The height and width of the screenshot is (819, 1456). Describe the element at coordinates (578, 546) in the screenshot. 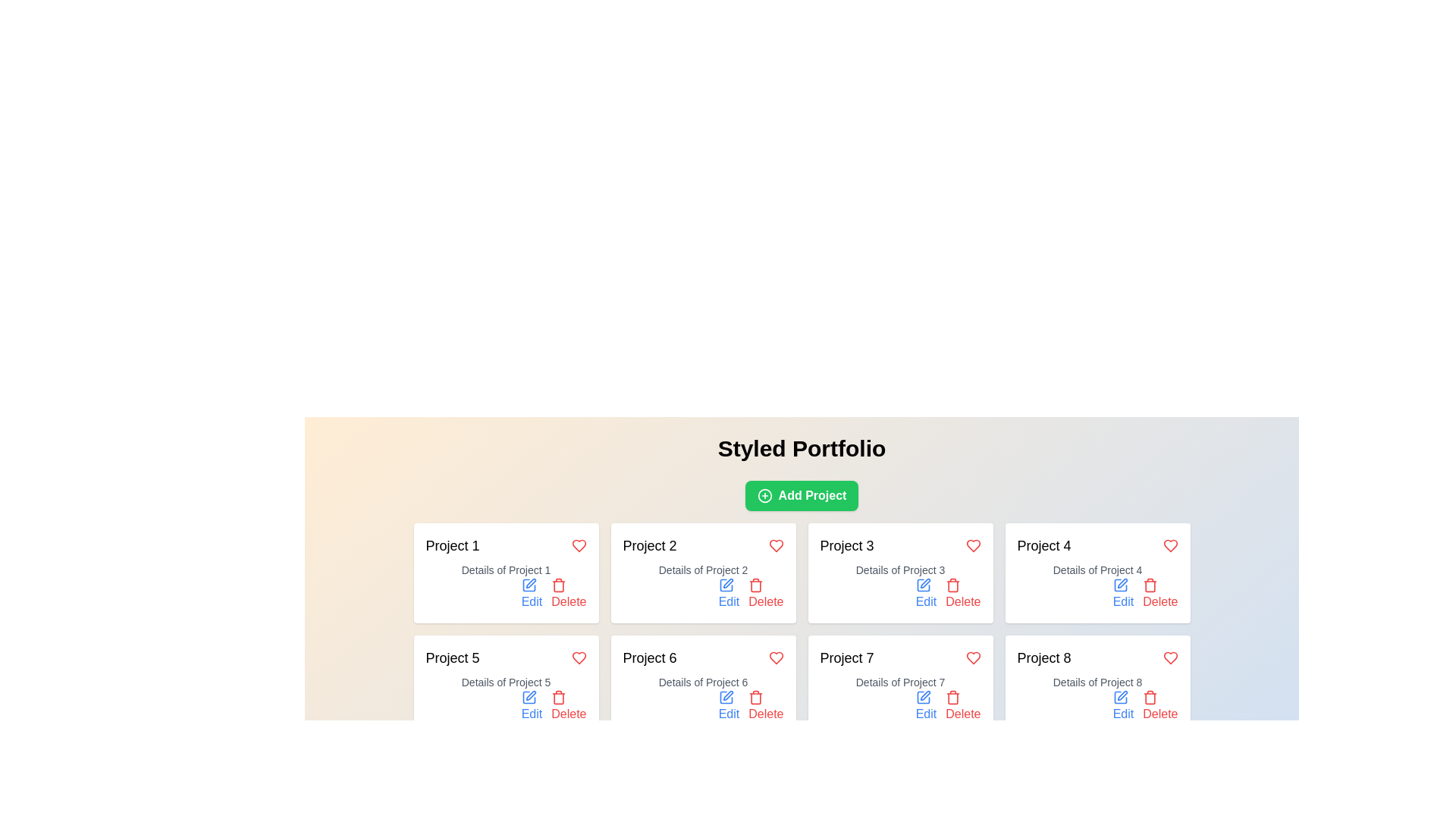

I see `the heart icon in the top-right corner of the 'Project 1' card` at that location.